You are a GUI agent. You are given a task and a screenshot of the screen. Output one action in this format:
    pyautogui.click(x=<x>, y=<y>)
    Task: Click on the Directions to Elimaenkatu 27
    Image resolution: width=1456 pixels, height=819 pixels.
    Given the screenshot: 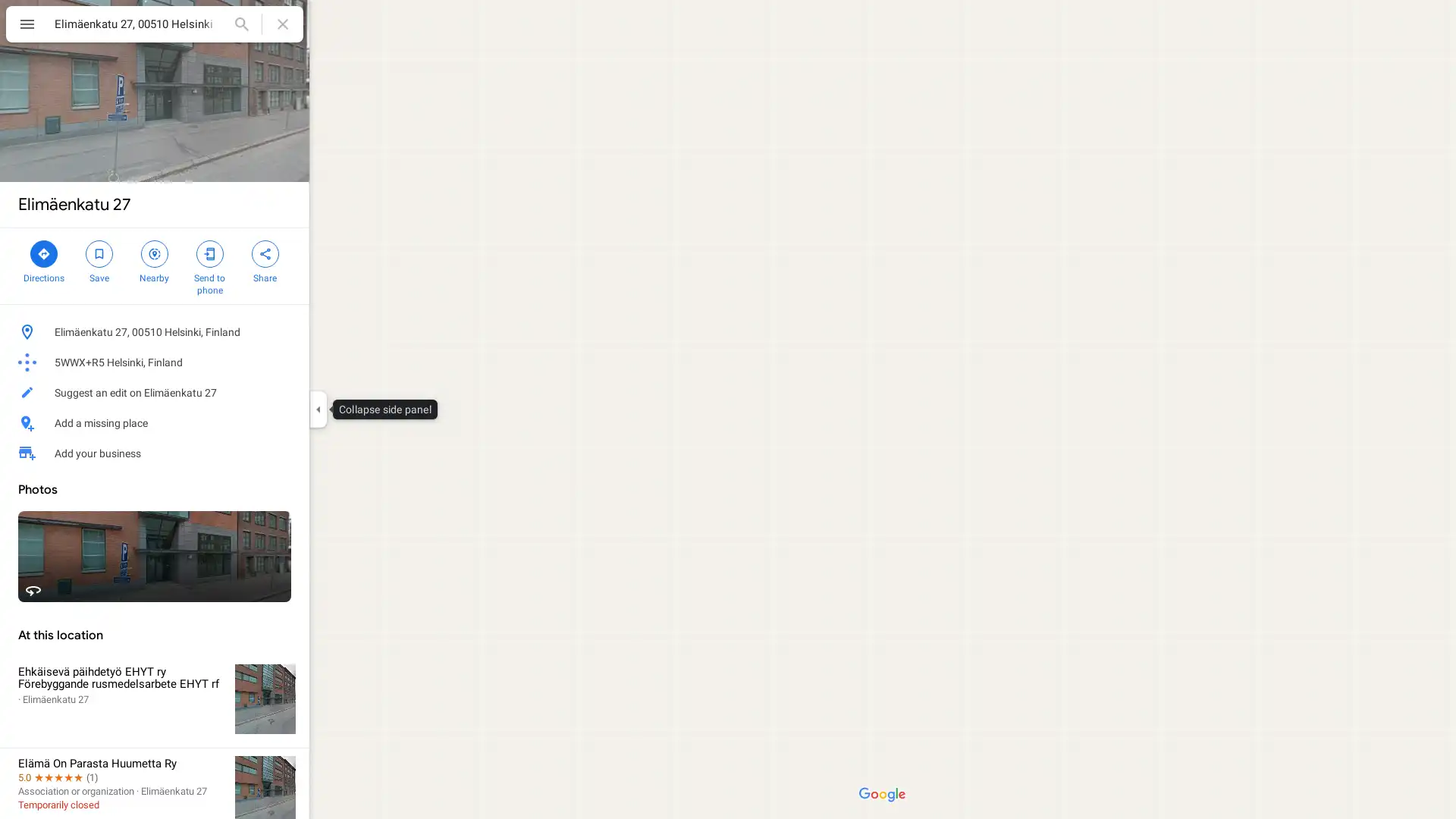 What is the action you would take?
    pyautogui.click(x=43, y=259)
    